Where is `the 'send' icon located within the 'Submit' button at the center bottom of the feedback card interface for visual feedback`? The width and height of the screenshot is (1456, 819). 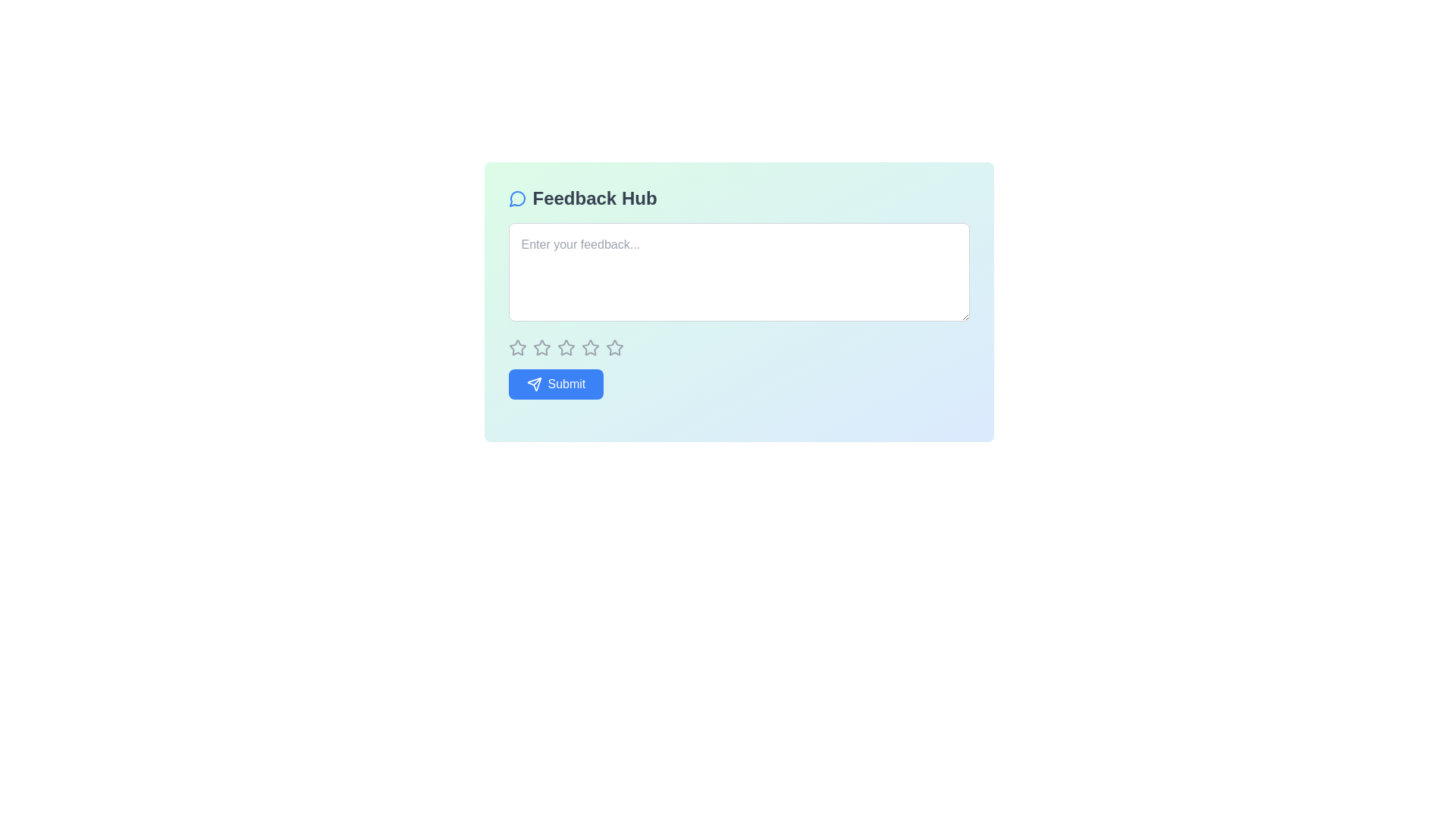
the 'send' icon located within the 'Submit' button at the center bottom of the feedback card interface for visual feedback is located at coordinates (534, 383).